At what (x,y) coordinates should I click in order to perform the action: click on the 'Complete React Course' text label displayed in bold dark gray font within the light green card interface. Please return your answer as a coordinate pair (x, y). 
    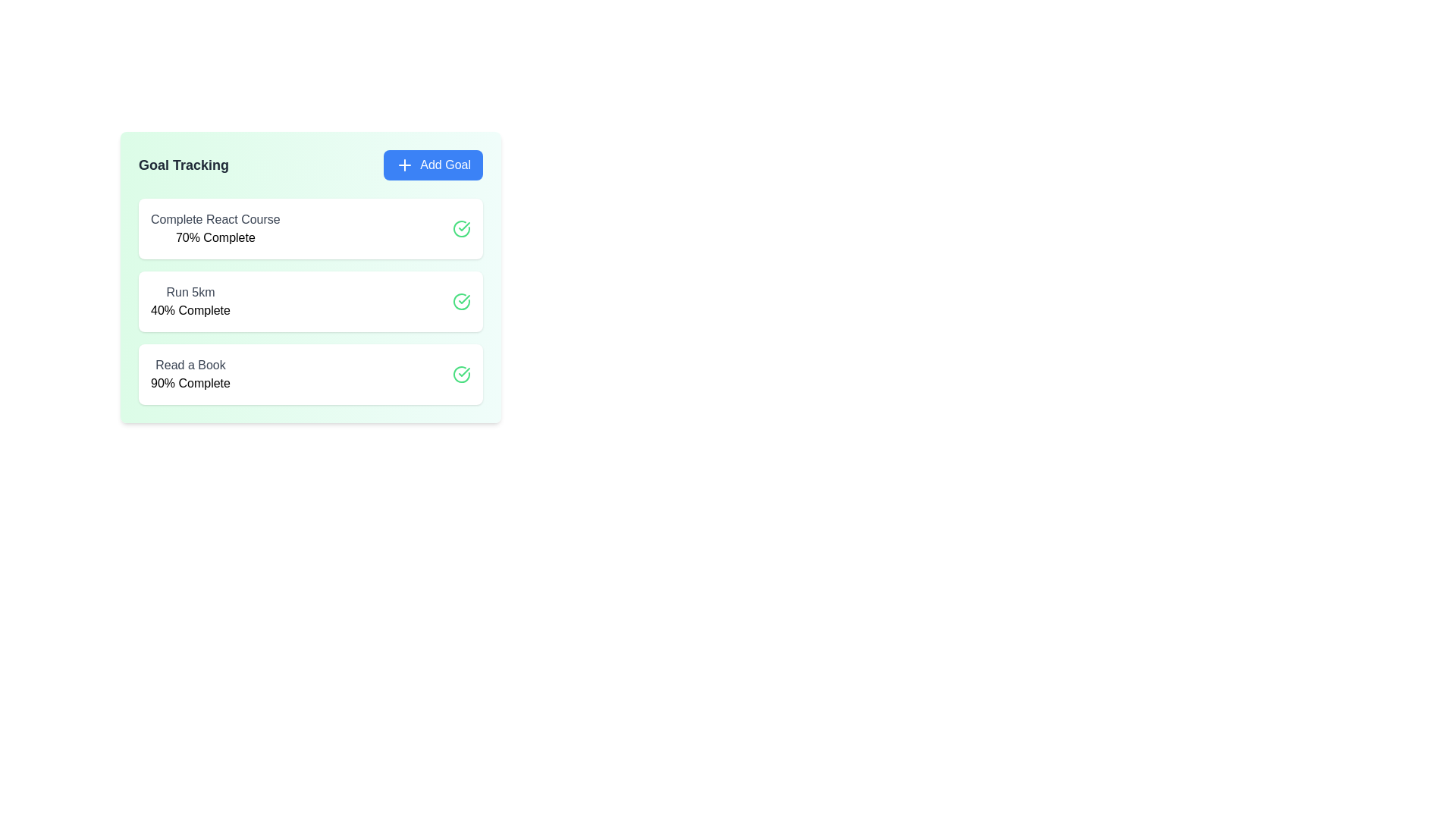
    Looking at the image, I should click on (215, 219).